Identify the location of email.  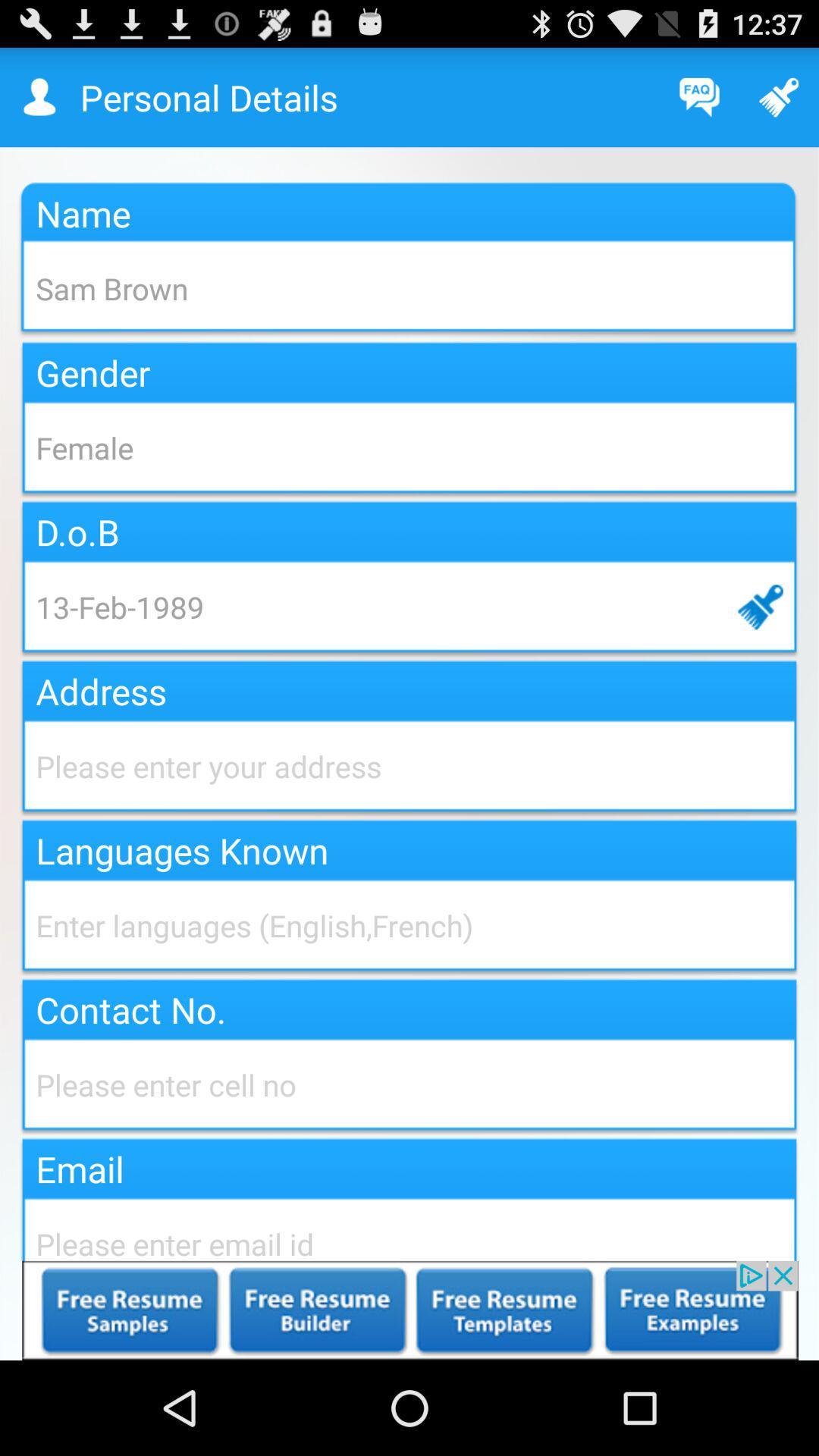
(409, 1227).